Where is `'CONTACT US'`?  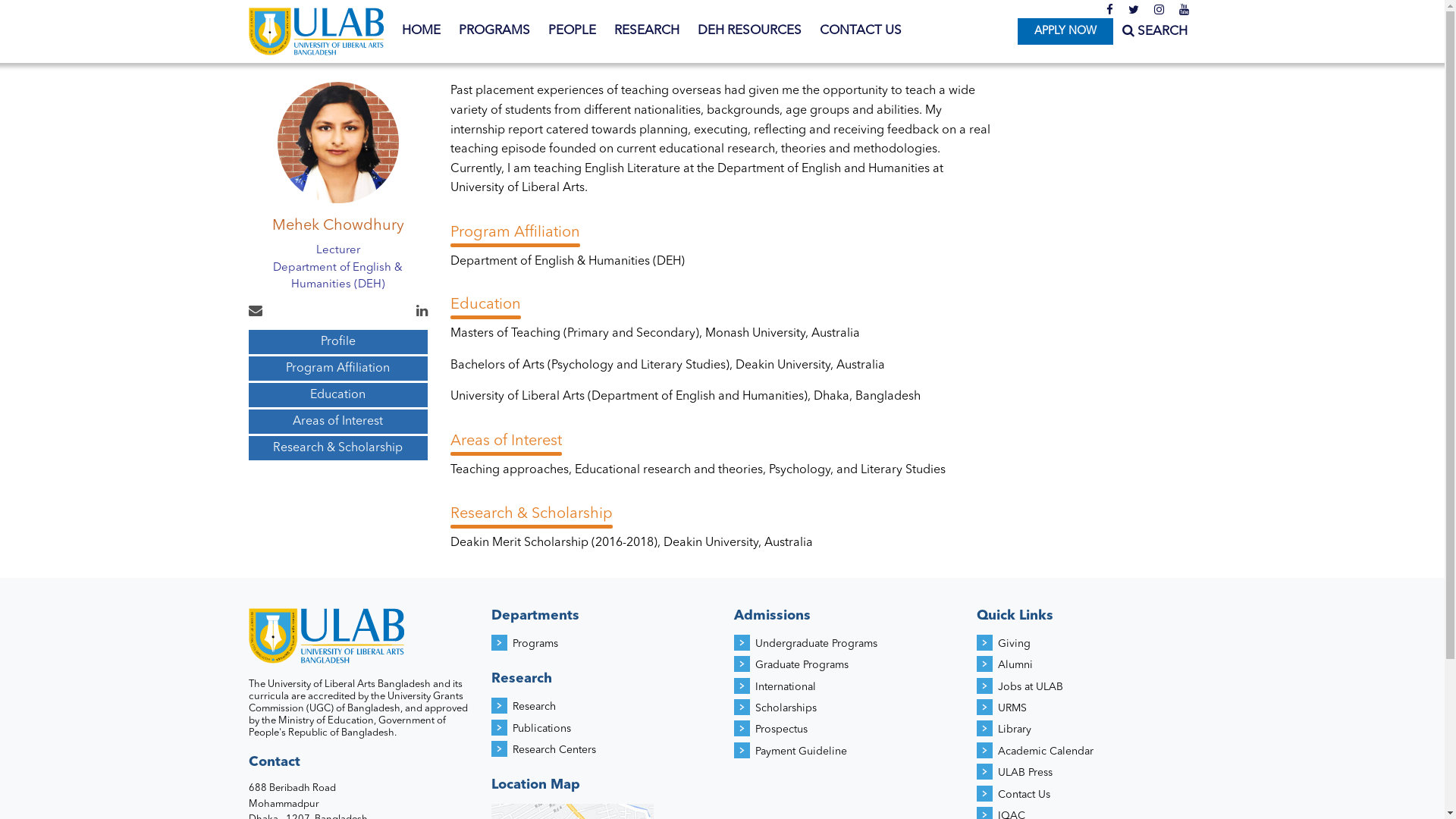 'CONTACT US' is located at coordinates (859, 31).